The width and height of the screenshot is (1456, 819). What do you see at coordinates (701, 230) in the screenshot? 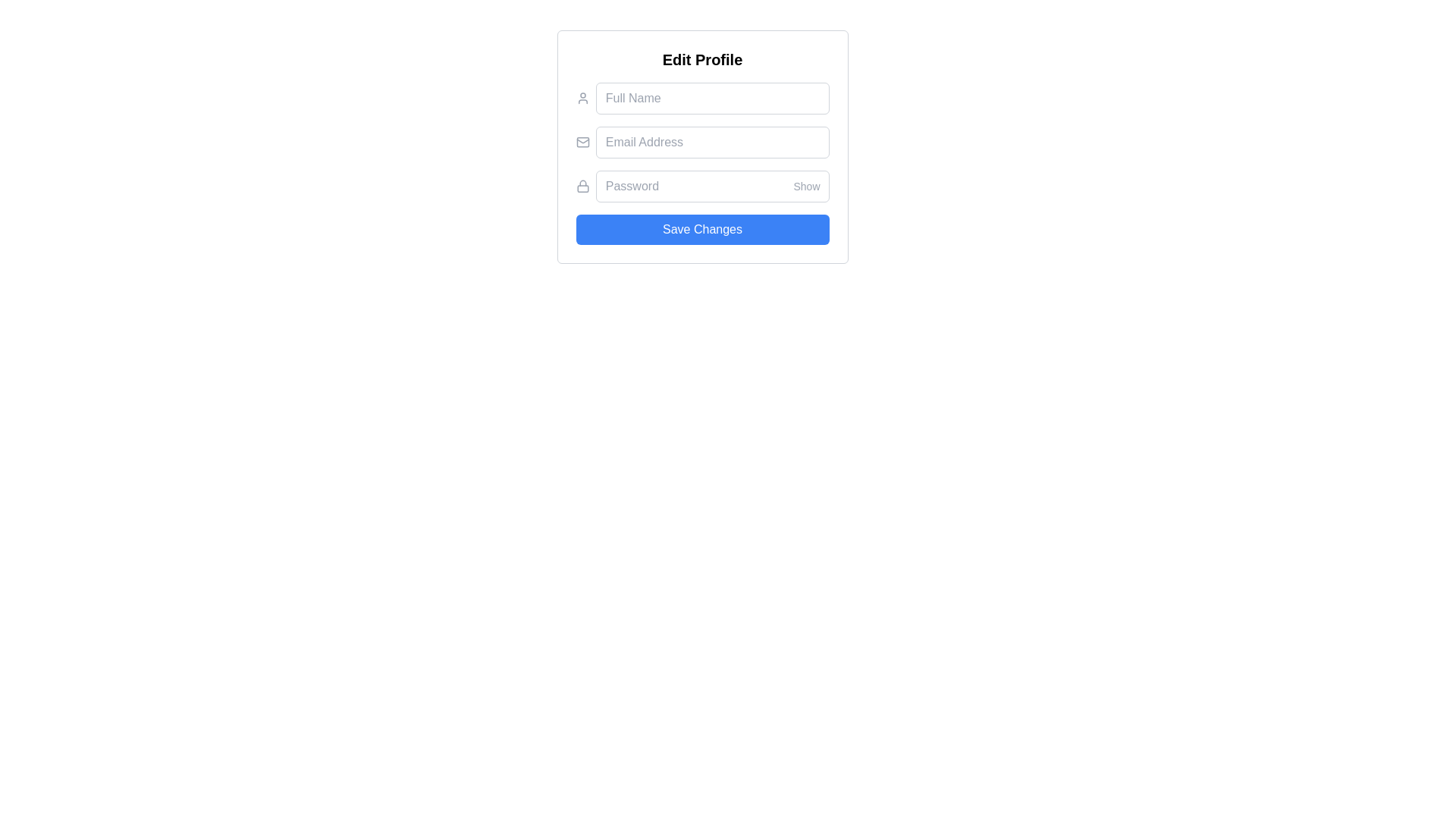
I see `the submit button located at the bottom of the form` at bounding box center [701, 230].